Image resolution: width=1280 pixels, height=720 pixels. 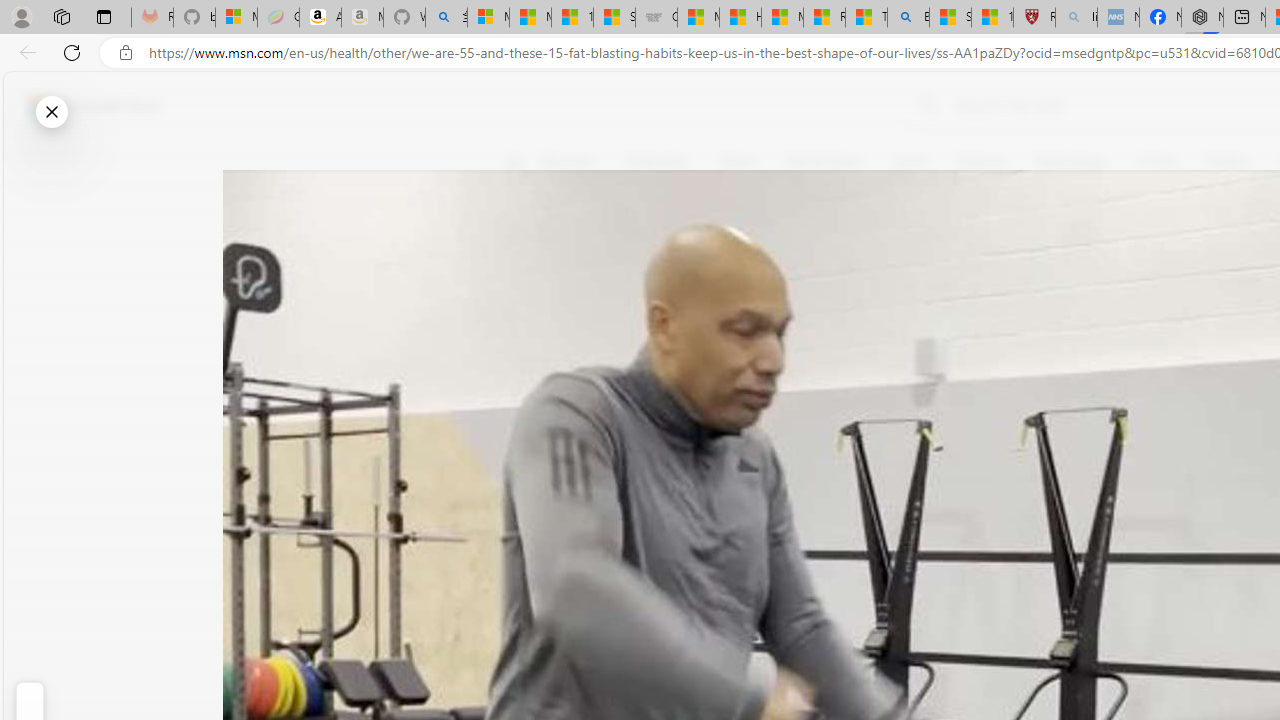 I want to click on 'Microsoft Start', so click(x=93, y=105).